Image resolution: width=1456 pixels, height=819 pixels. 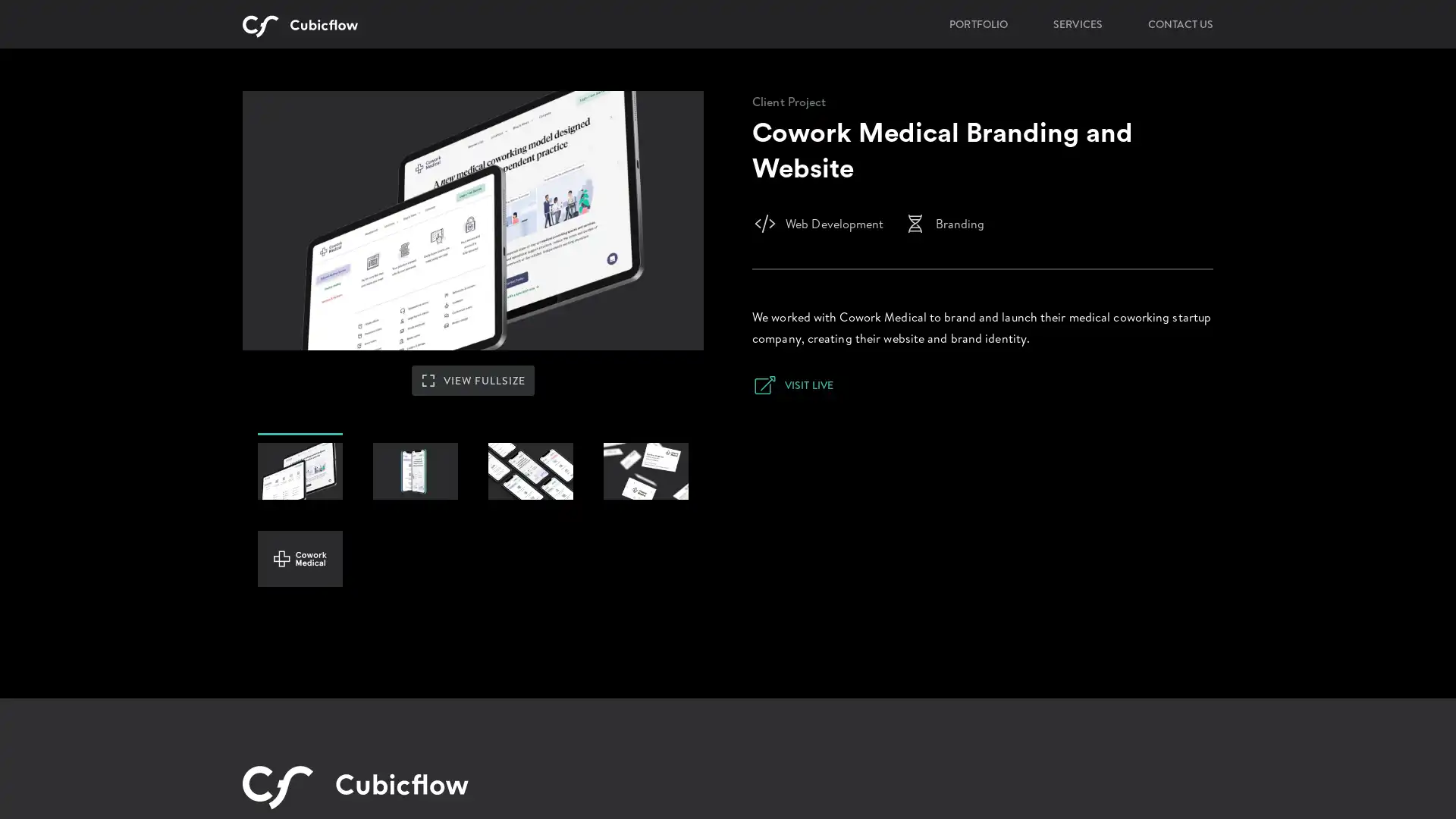 I want to click on #, so click(x=300, y=522).